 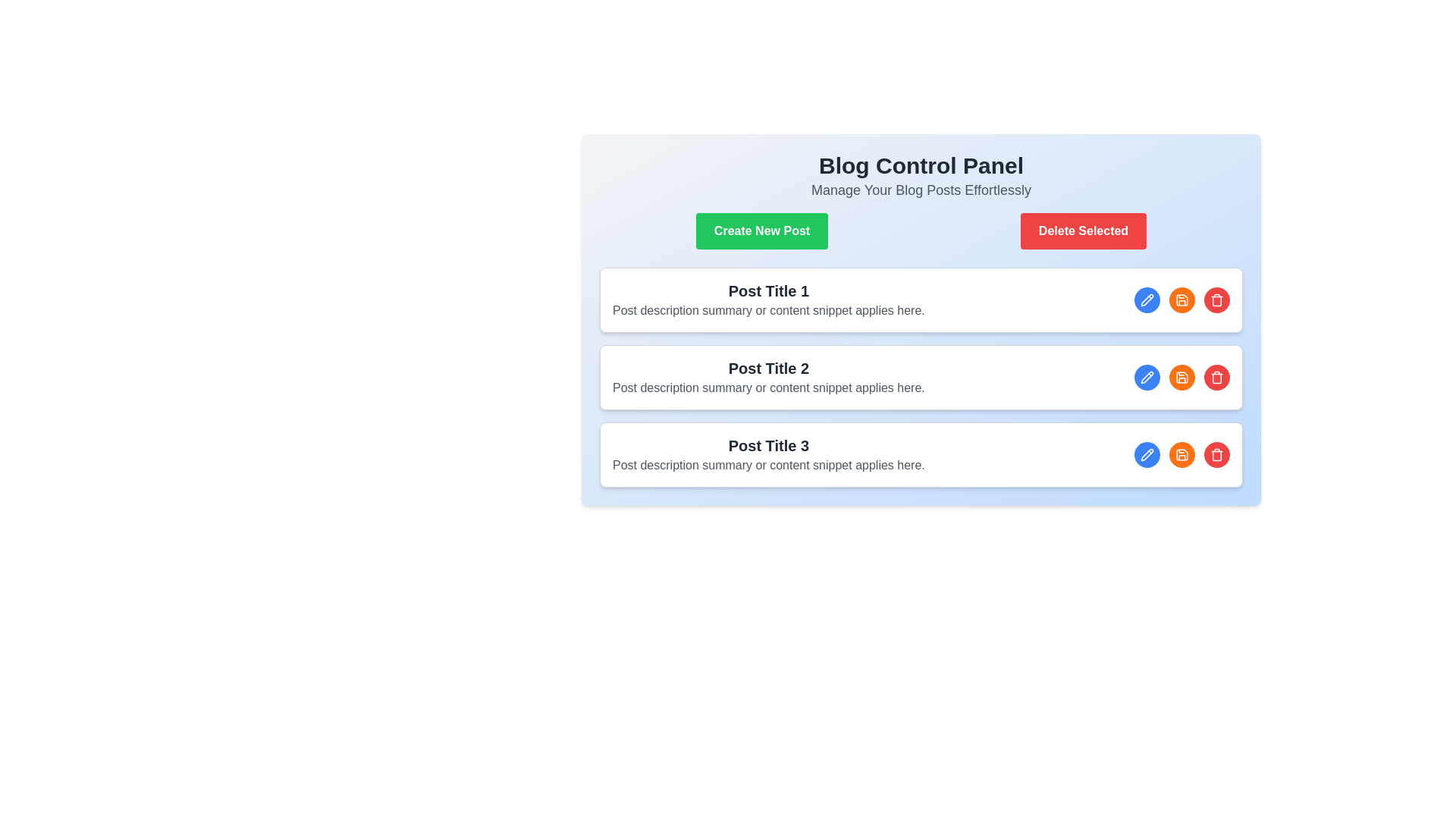 I want to click on the blue circular button with a white pencil icon, so click(x=1147, y=454).